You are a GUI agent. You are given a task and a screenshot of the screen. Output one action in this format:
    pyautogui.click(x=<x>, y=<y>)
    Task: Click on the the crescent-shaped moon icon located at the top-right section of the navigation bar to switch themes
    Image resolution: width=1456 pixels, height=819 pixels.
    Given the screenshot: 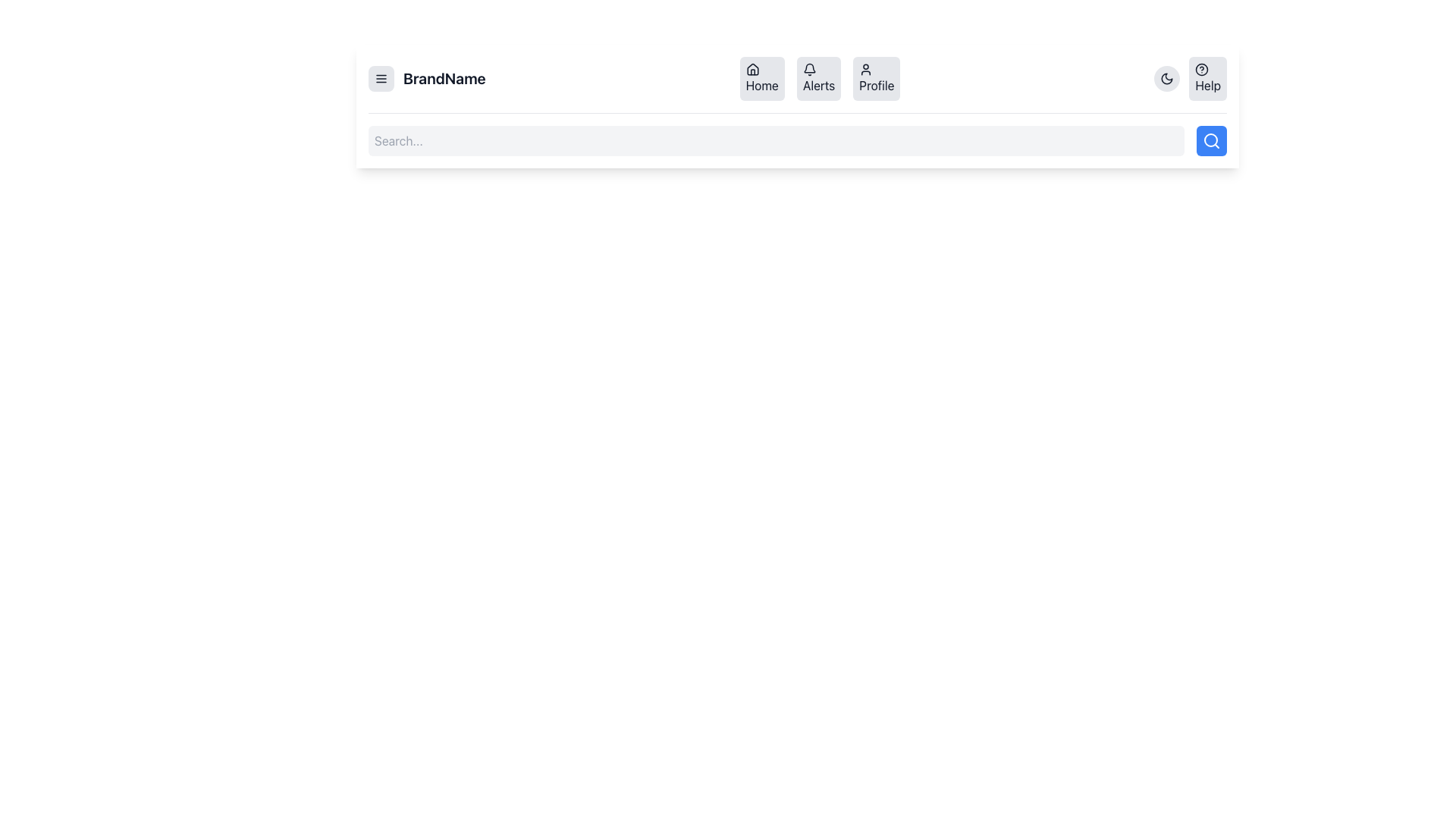 What is the action you would take?
    pyautogui.click(x=1166, y=79)
    